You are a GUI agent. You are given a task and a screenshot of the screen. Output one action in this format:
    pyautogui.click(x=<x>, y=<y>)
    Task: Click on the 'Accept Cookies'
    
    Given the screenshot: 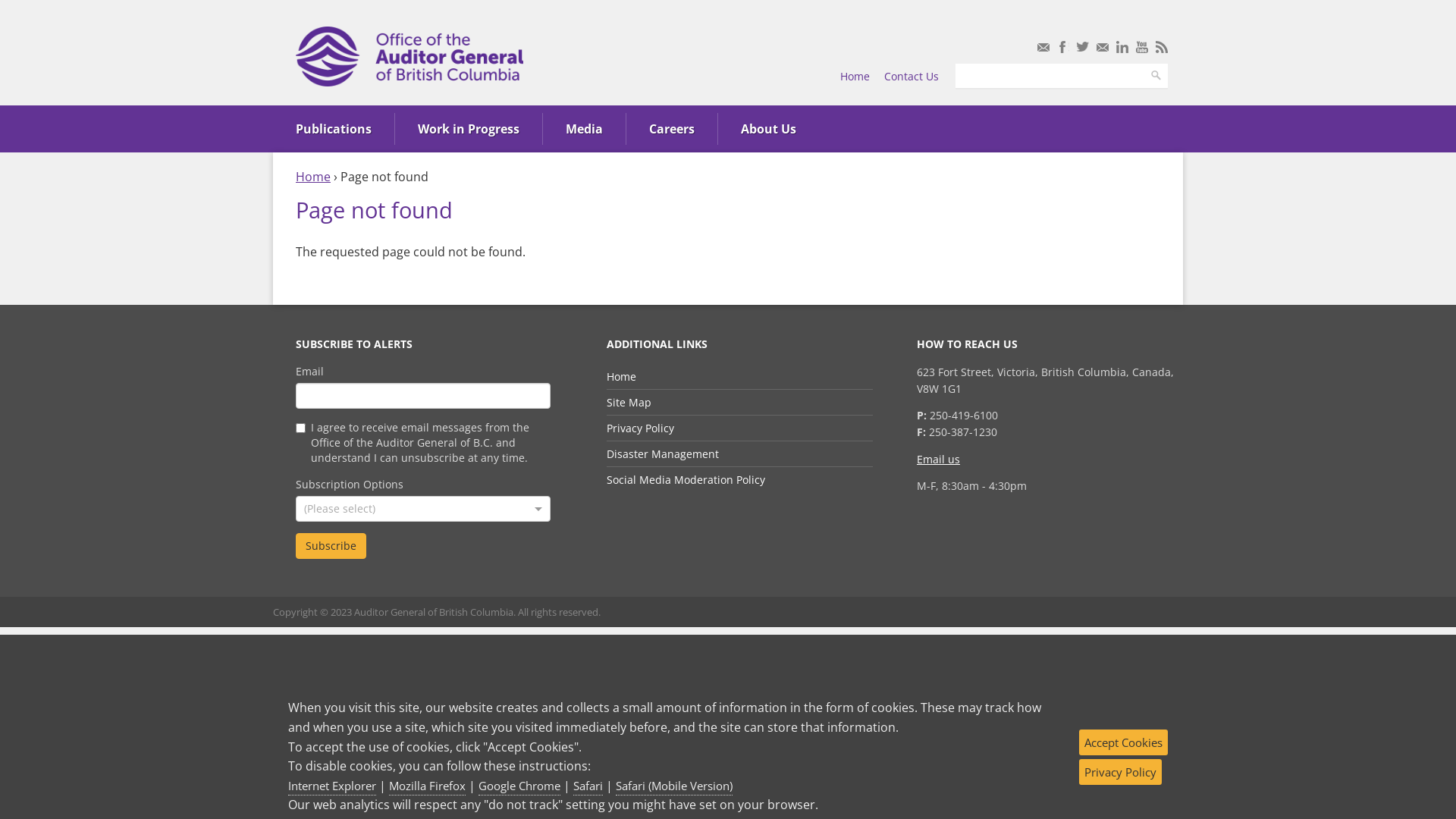 What is the action you would take?
    pyautogui.click(x=1123, y=742)
    